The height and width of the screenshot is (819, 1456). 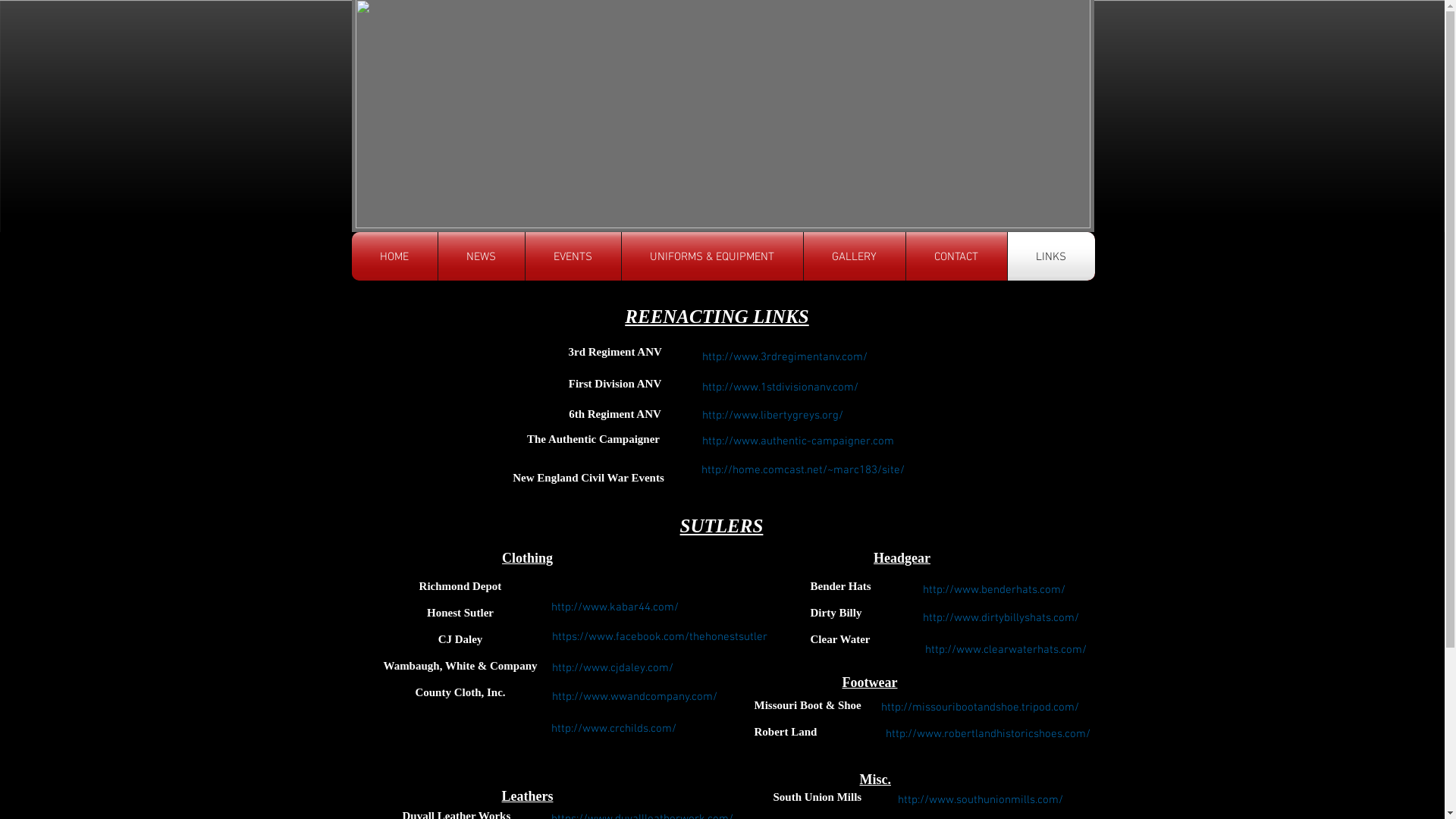 I want to click on 'CONTACT', so click(x=955, y=256).